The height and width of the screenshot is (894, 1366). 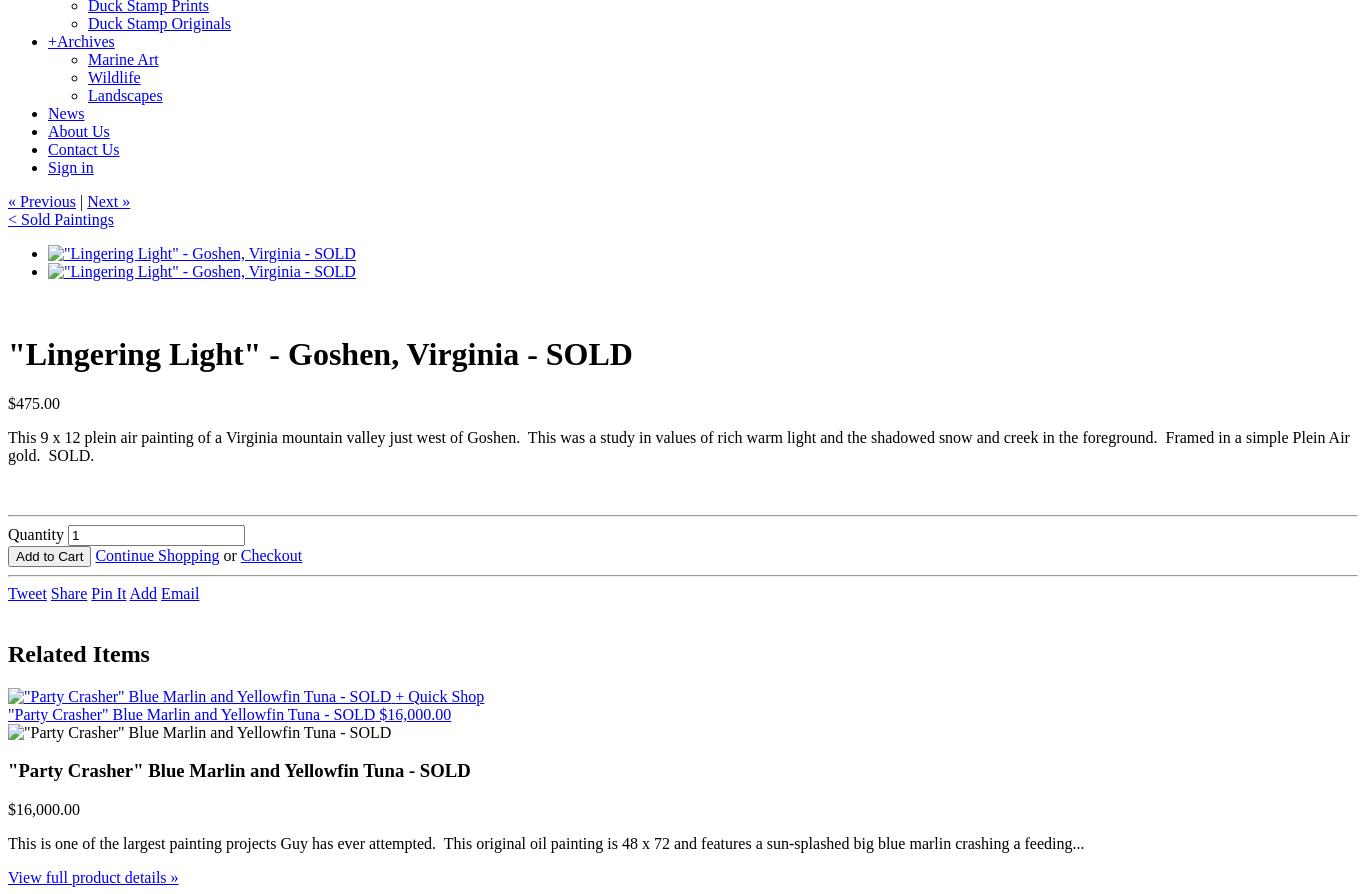 What do you see at coordinates (179, 592) in the screenshot?
I see `'Email'` at bounding box center [179, 592].